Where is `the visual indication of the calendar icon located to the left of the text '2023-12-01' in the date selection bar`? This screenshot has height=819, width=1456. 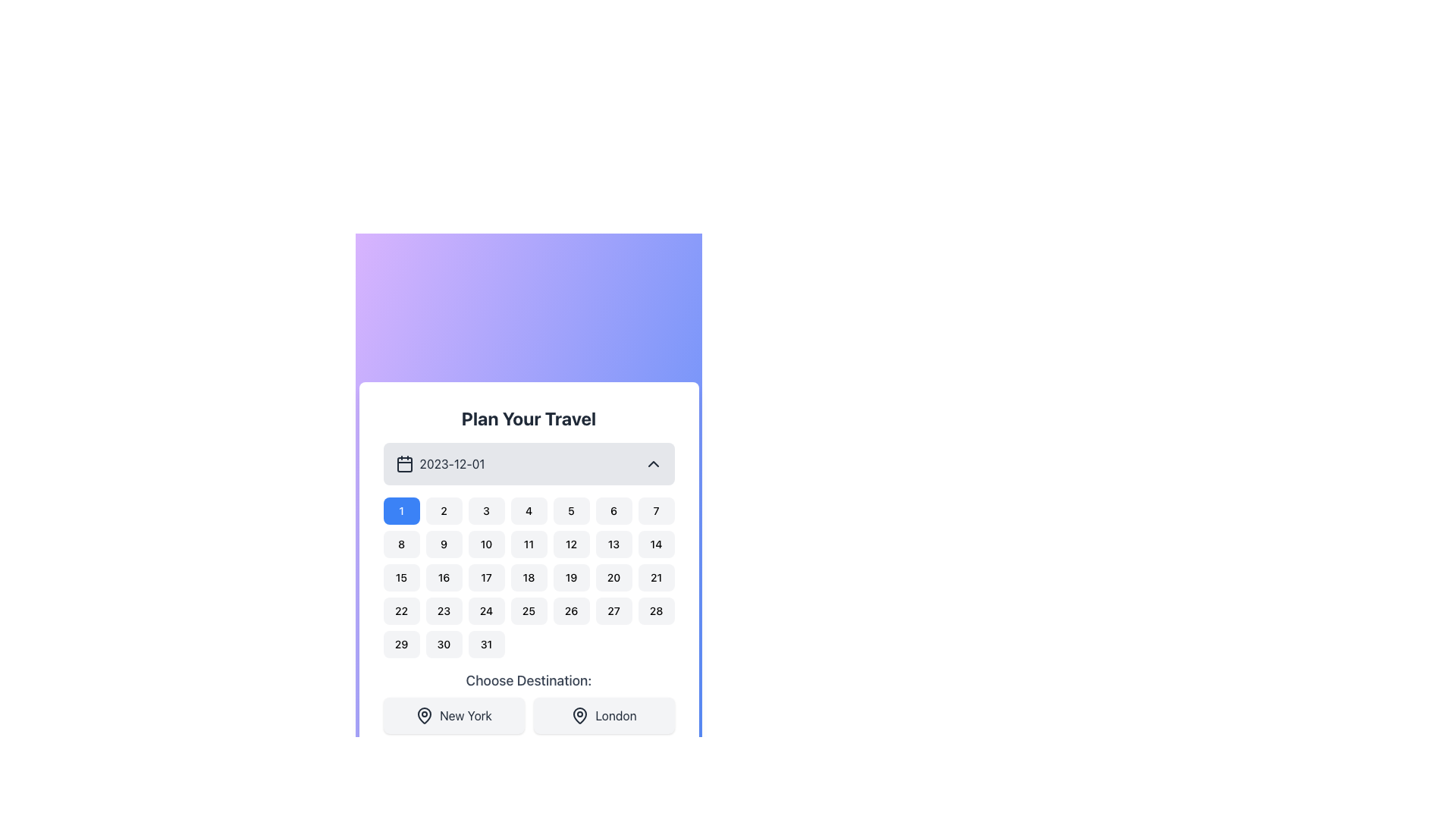 the visual indication of the calendar icon located to the left of the text '2023-12-01' in the date selection bar is located at coordinates (404, 463).